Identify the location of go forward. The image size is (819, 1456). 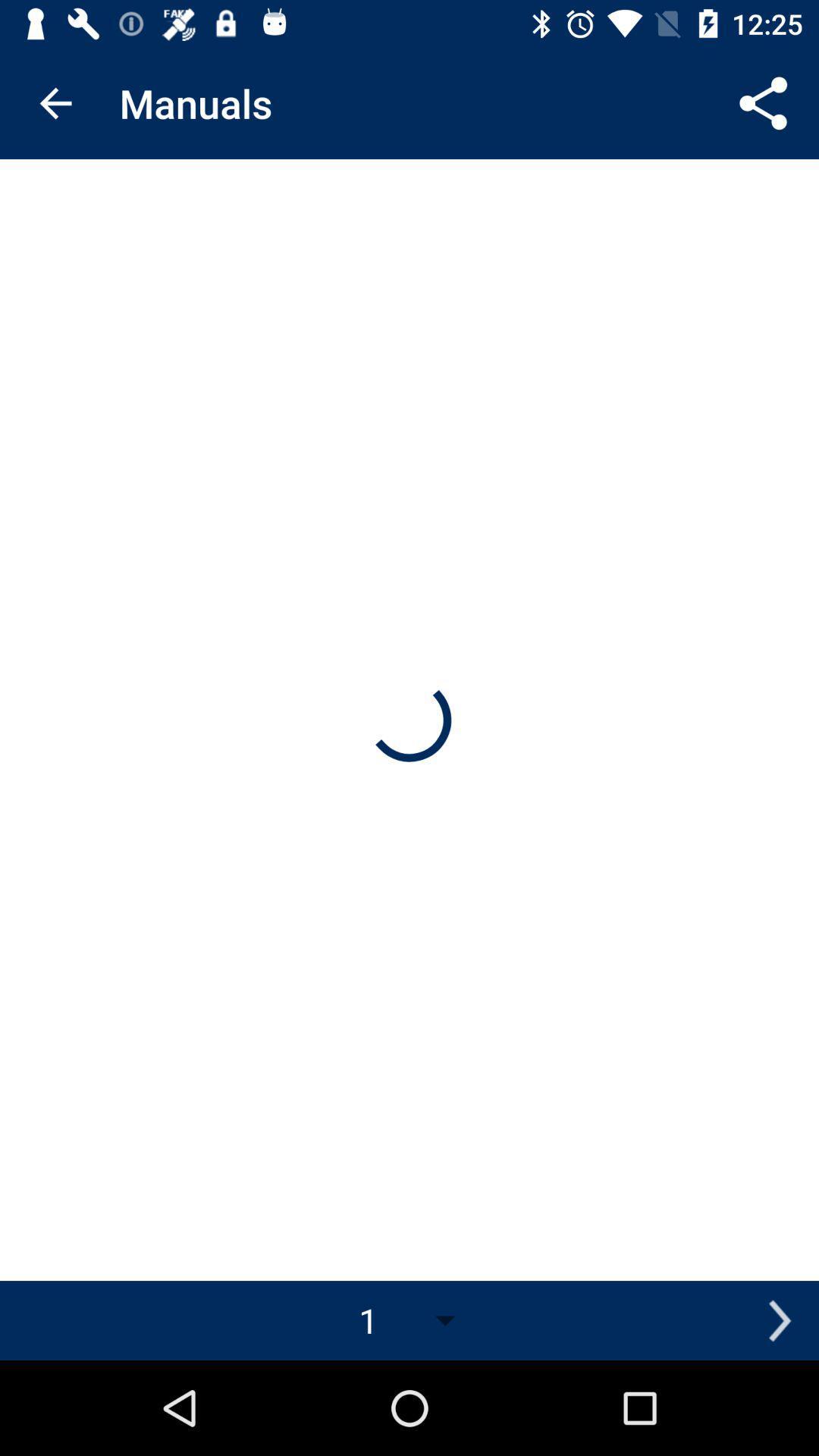
(779, 1319).